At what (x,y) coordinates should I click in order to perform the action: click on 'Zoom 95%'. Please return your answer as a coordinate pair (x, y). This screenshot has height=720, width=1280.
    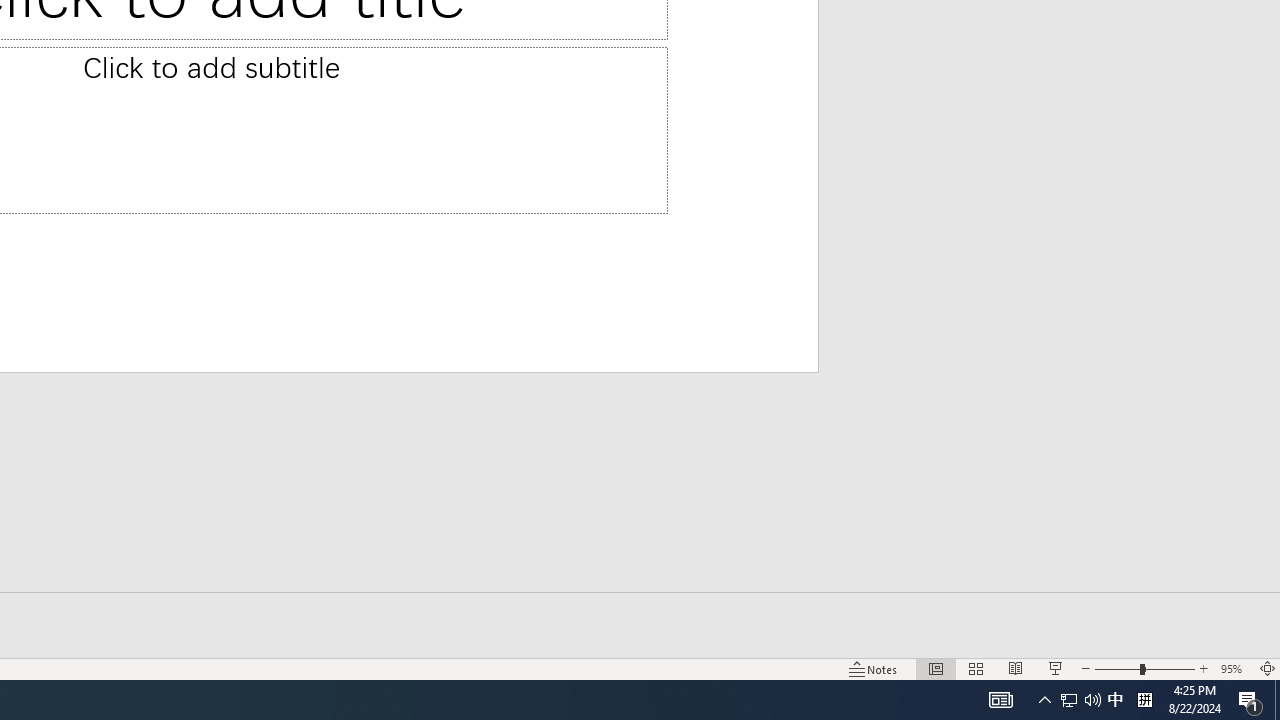
    Looking at the image, I should click on (1233, 669).